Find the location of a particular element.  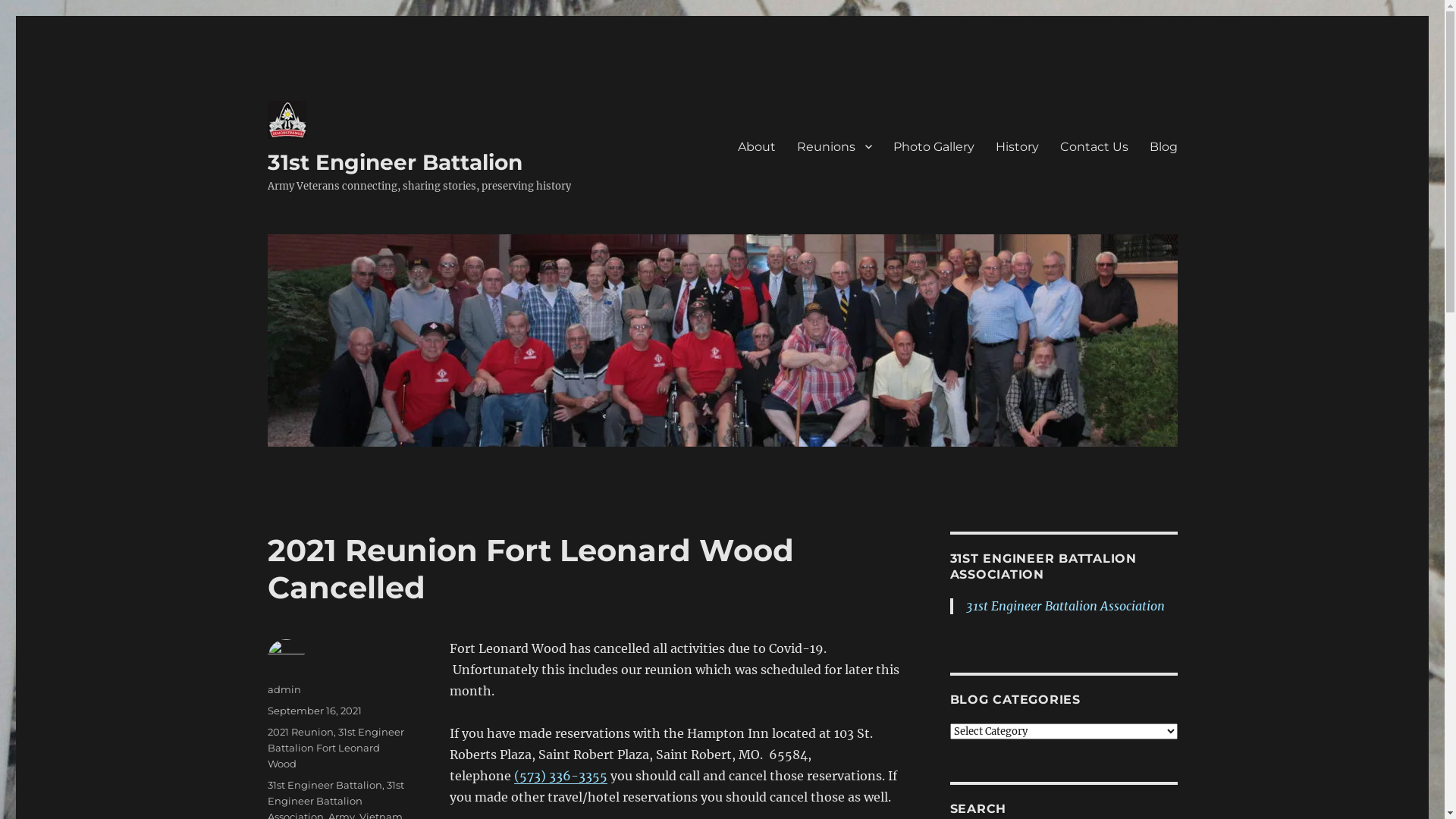

'31st Engineer Battalion Association' is located at coordinates (965, 604).